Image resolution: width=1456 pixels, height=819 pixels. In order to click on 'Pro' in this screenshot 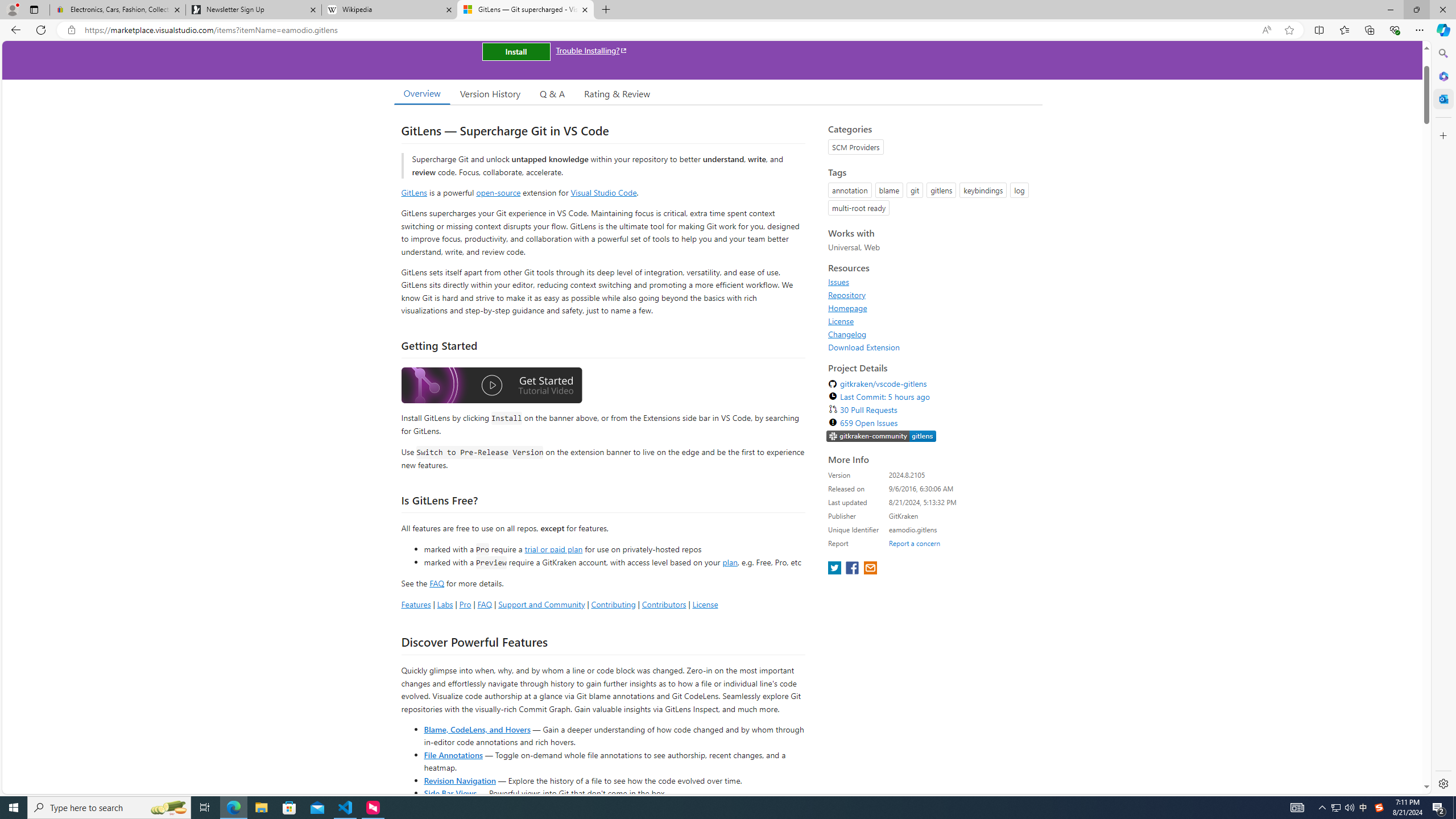, I will do `click(464, 603)`.